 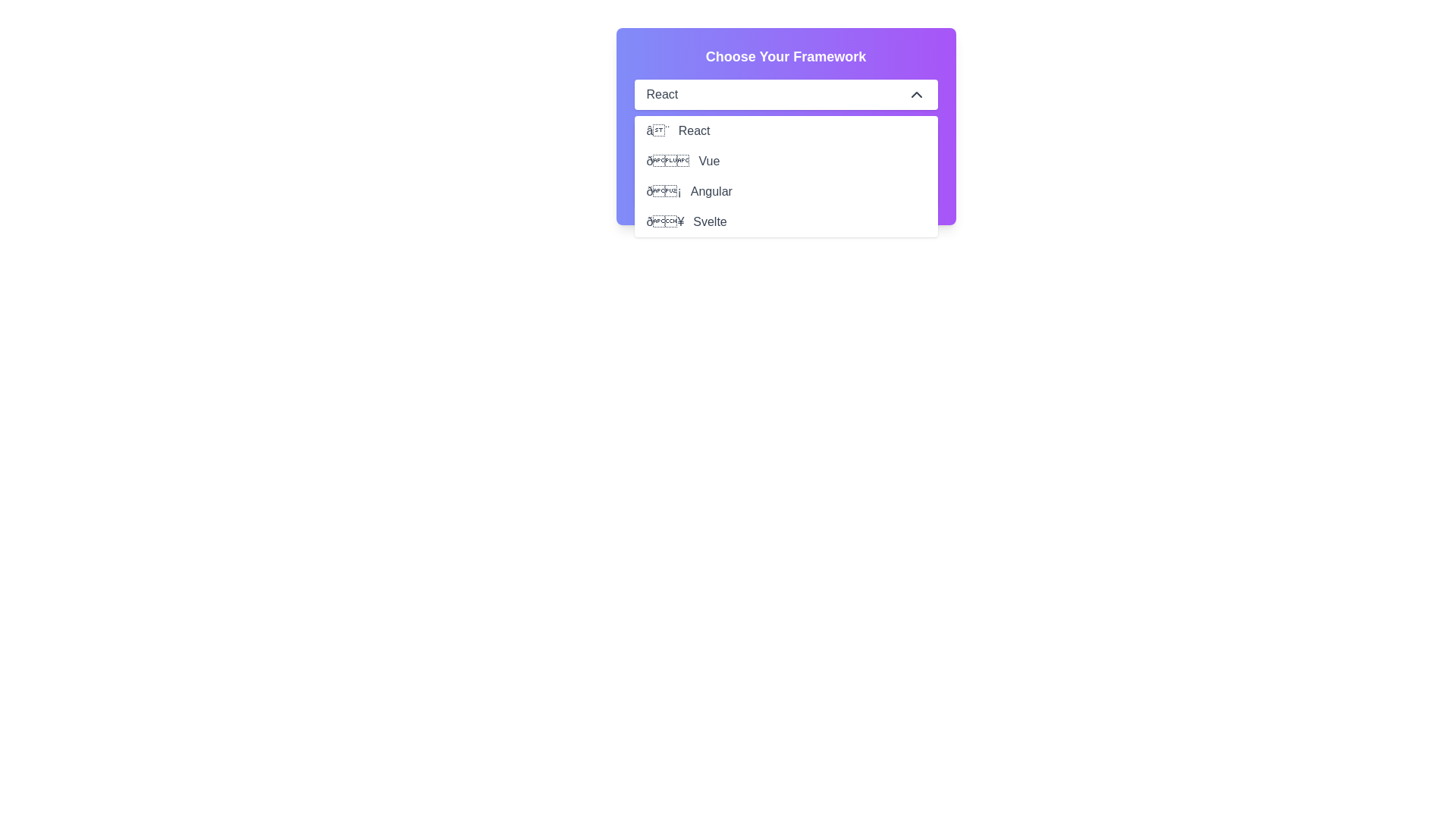 I want to click on the visual icon that accompanies the text label 'React' in the dropdown list to emphasize its selection, so click(x=657, y=130).